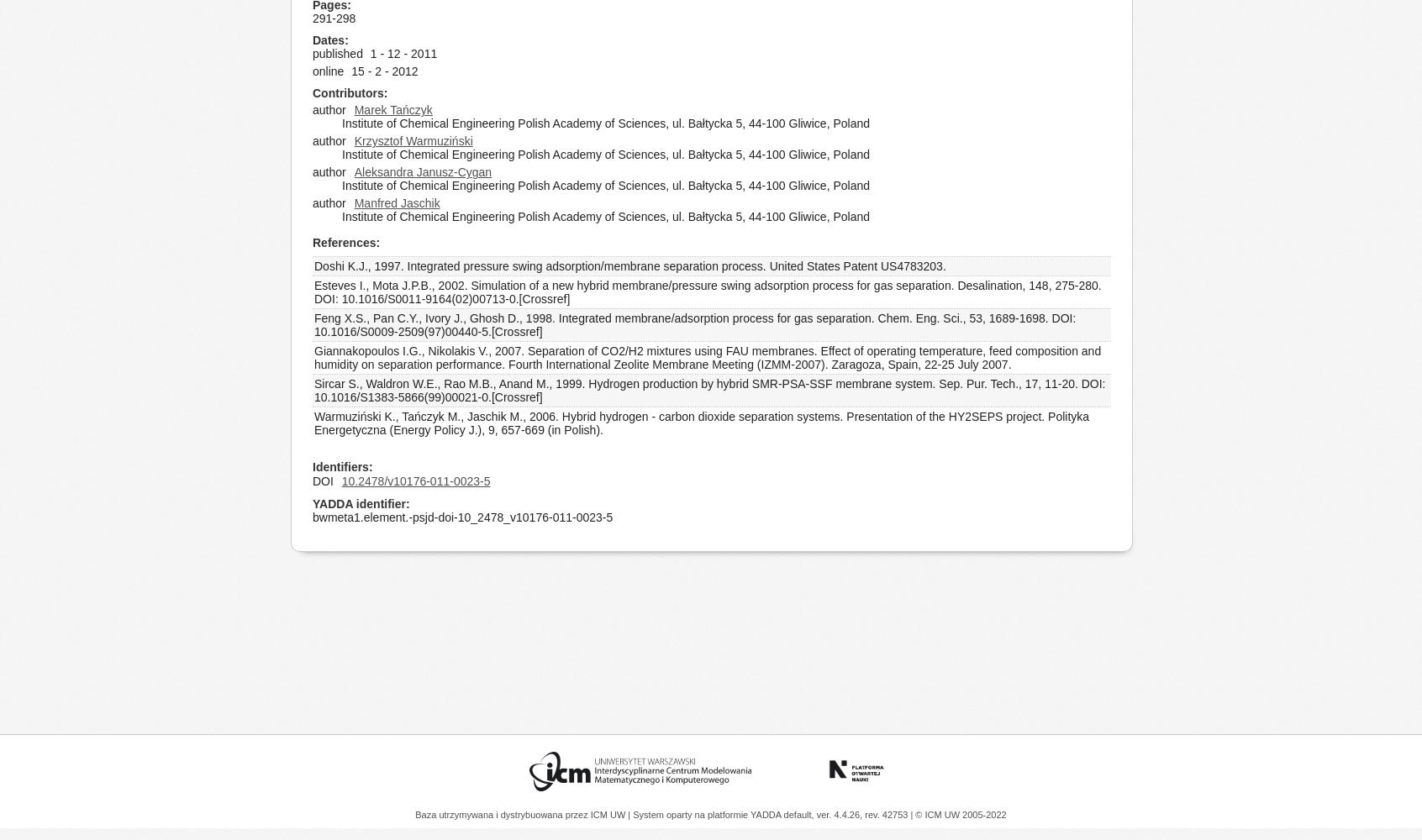 The width and height of the screenshot is (1422, 840). I want to click on 'Giannakopoulos I.G., Nikolakis V., 2007. Separation of CO2/H2 mixtures using FAU membranes. Effect of operating temperature, feed composition and humidity on separation performance. Fourth International Zeolite Membrane Meeting (IZMM-2007). Zaragoza, Spain, 22-25 July 2007.', so click(707, 358).